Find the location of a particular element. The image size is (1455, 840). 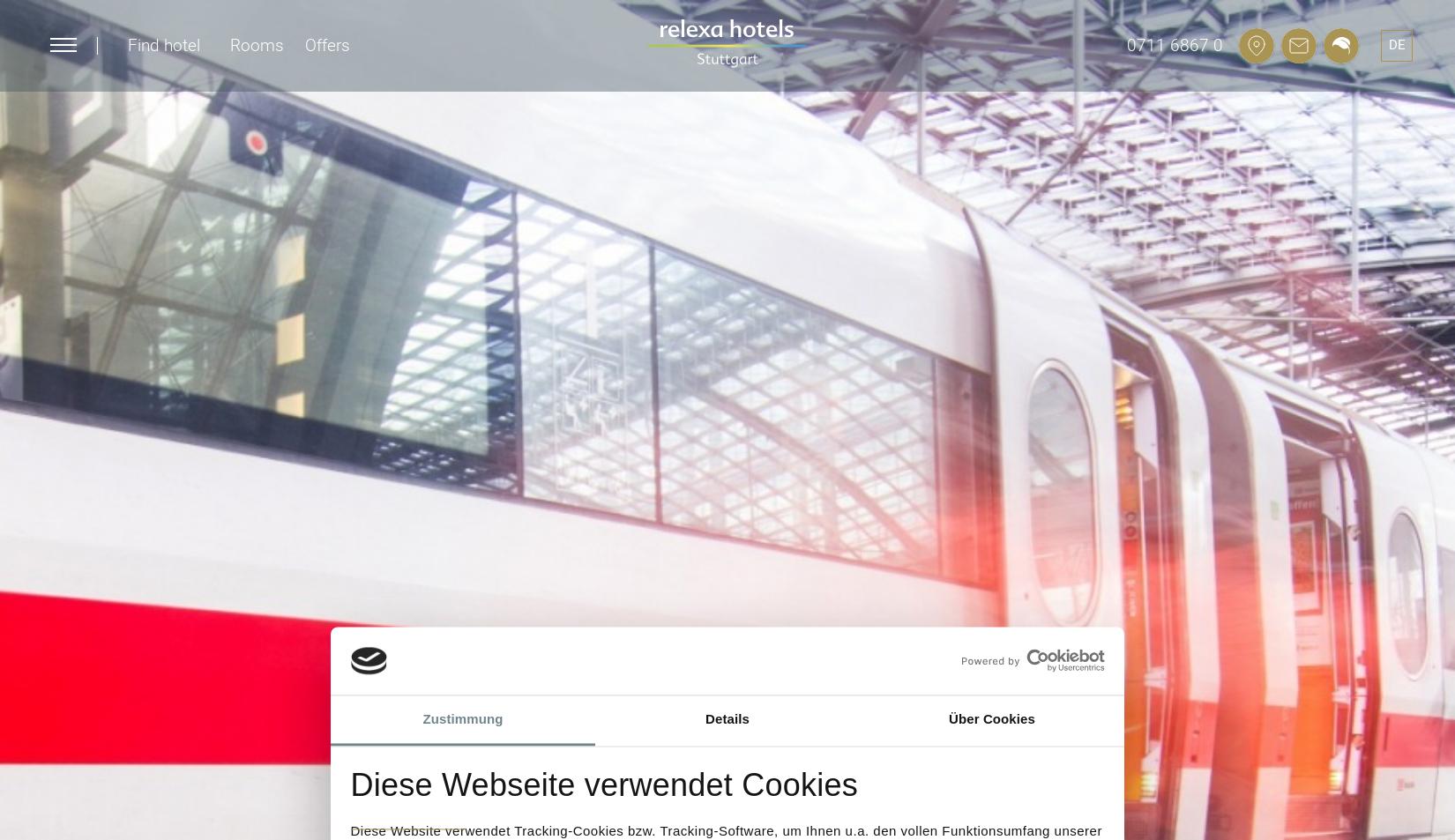

'de' is located at coordinates (1395, 43).